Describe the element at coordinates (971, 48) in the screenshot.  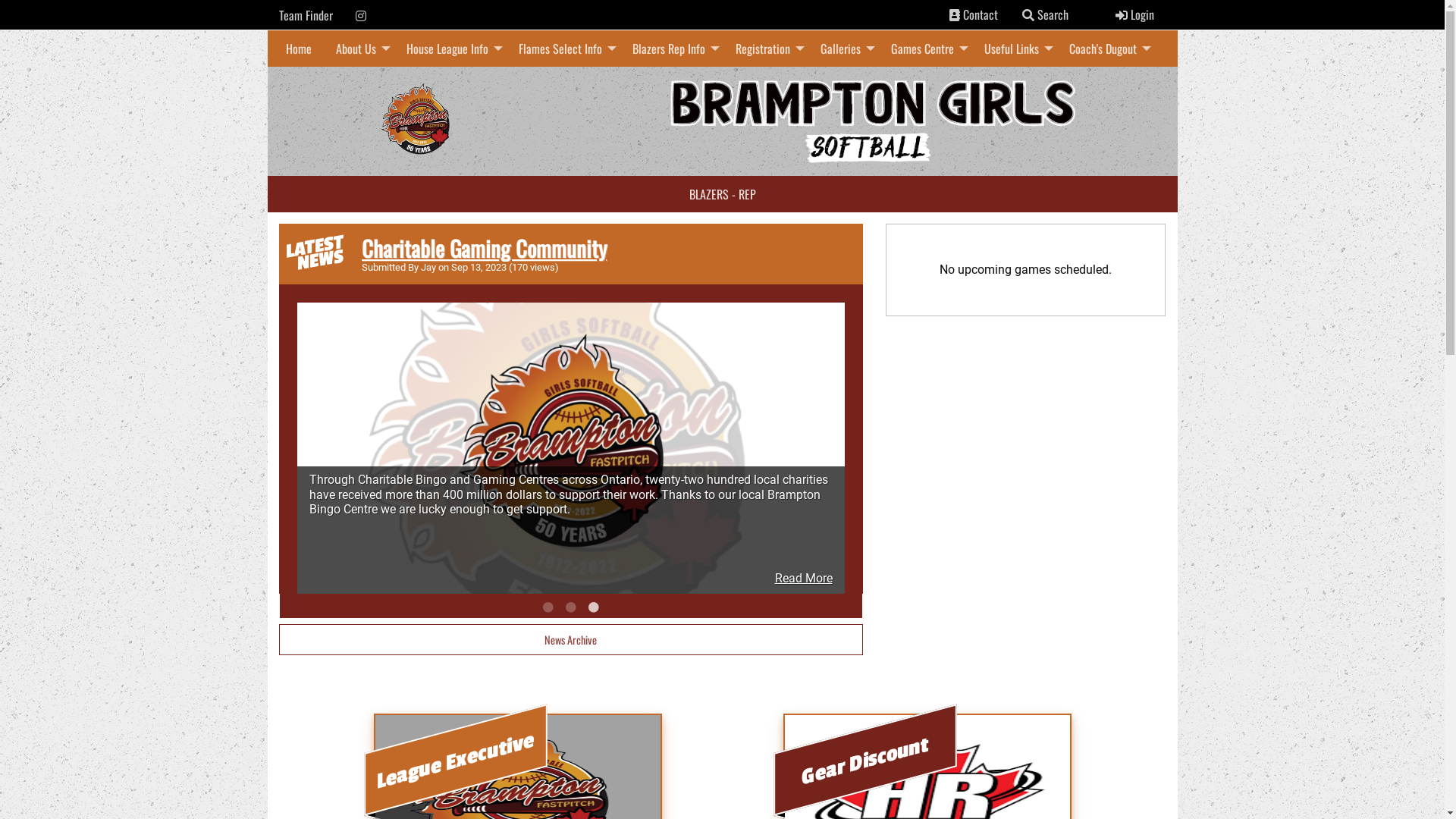
I see `'Useful Links'` at that location.